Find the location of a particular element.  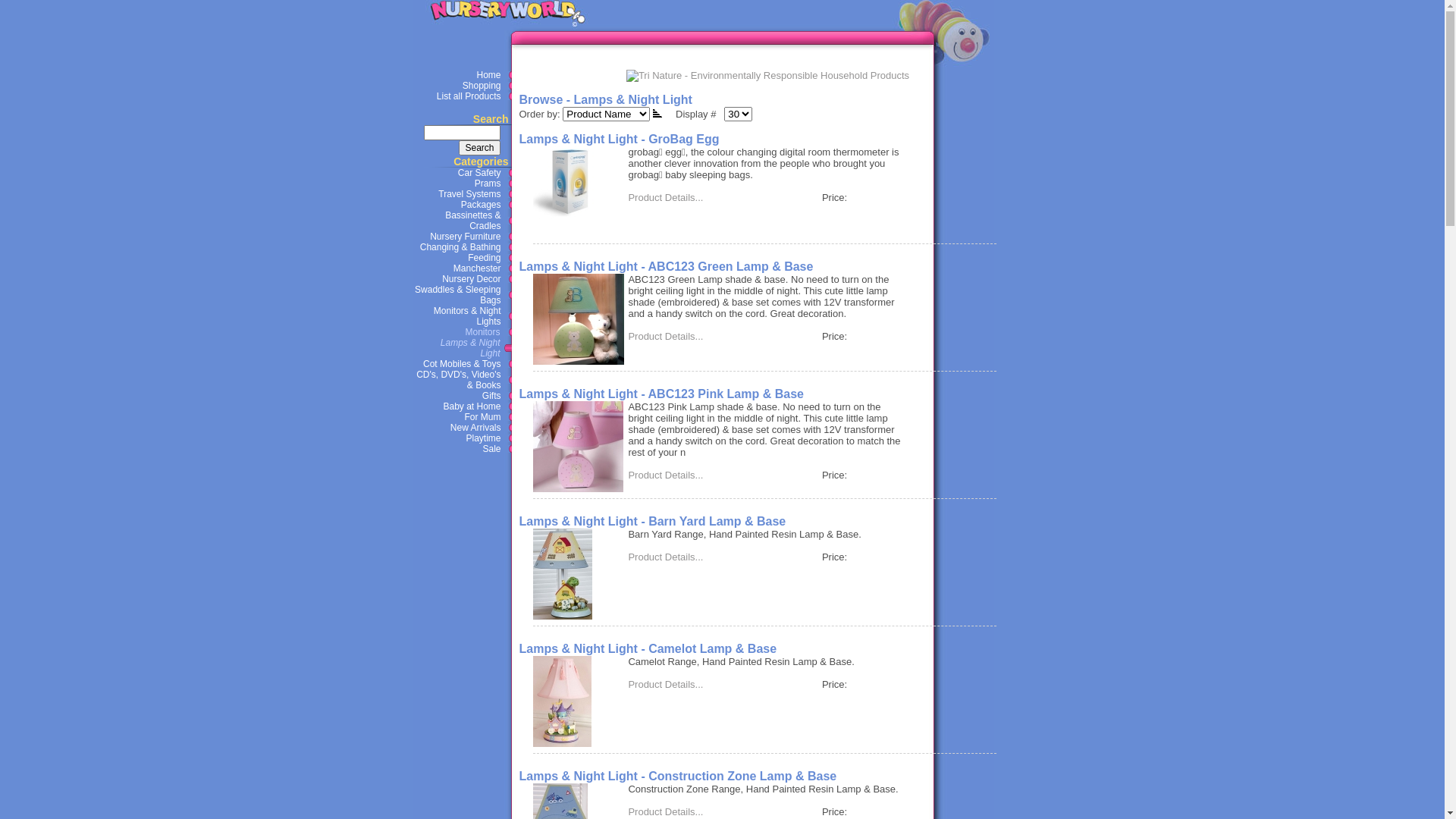

'List all Products' is located at coordinates (461, 96).